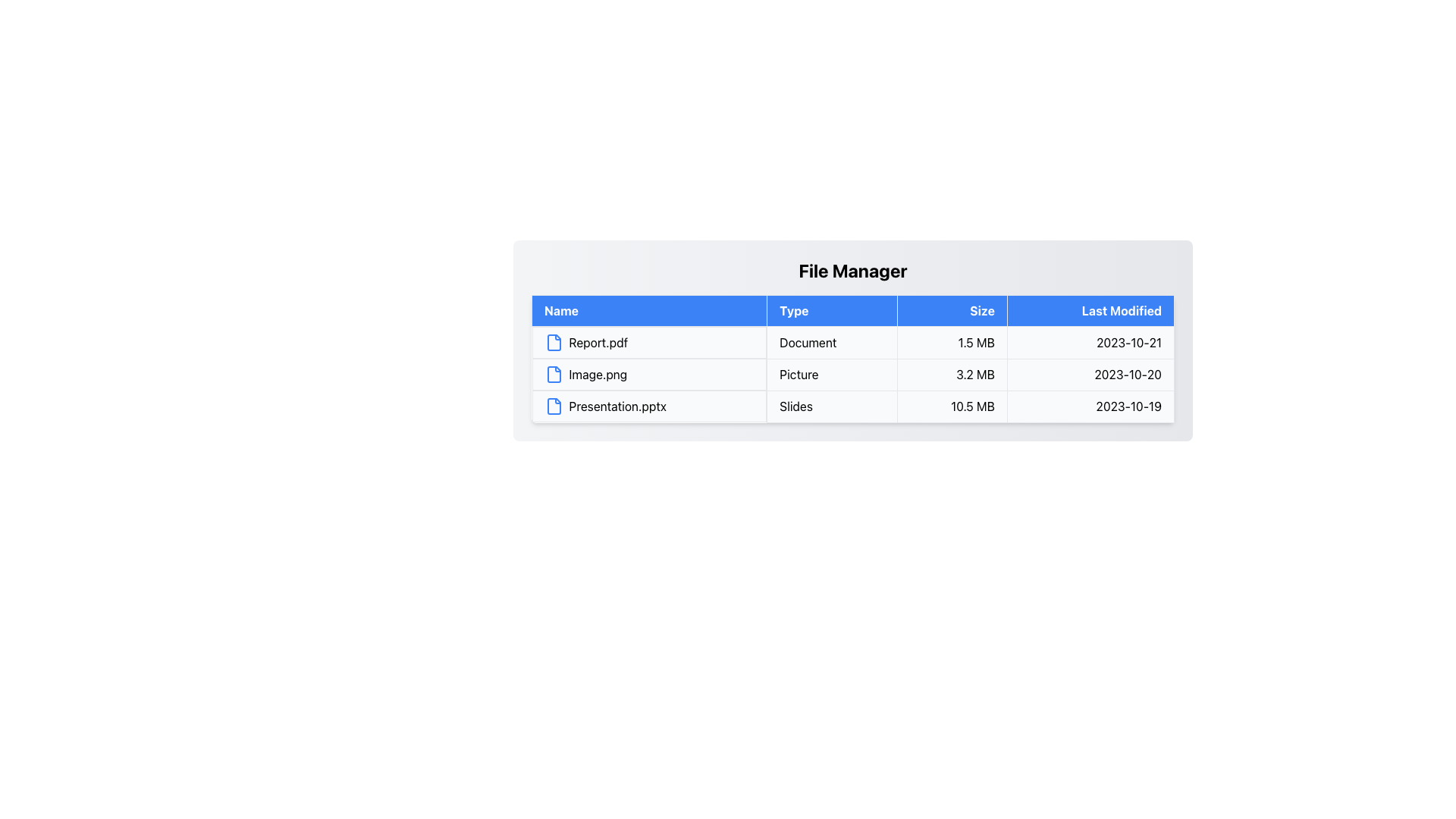 The width and height of the screenshot is (1456, 819). What do you see at coordinates (553, 374) in the screenshot?
I see `the rectangular document icon in the 'Name' column associated with the entry 'Image.png'` at bounding box center [553, 374].